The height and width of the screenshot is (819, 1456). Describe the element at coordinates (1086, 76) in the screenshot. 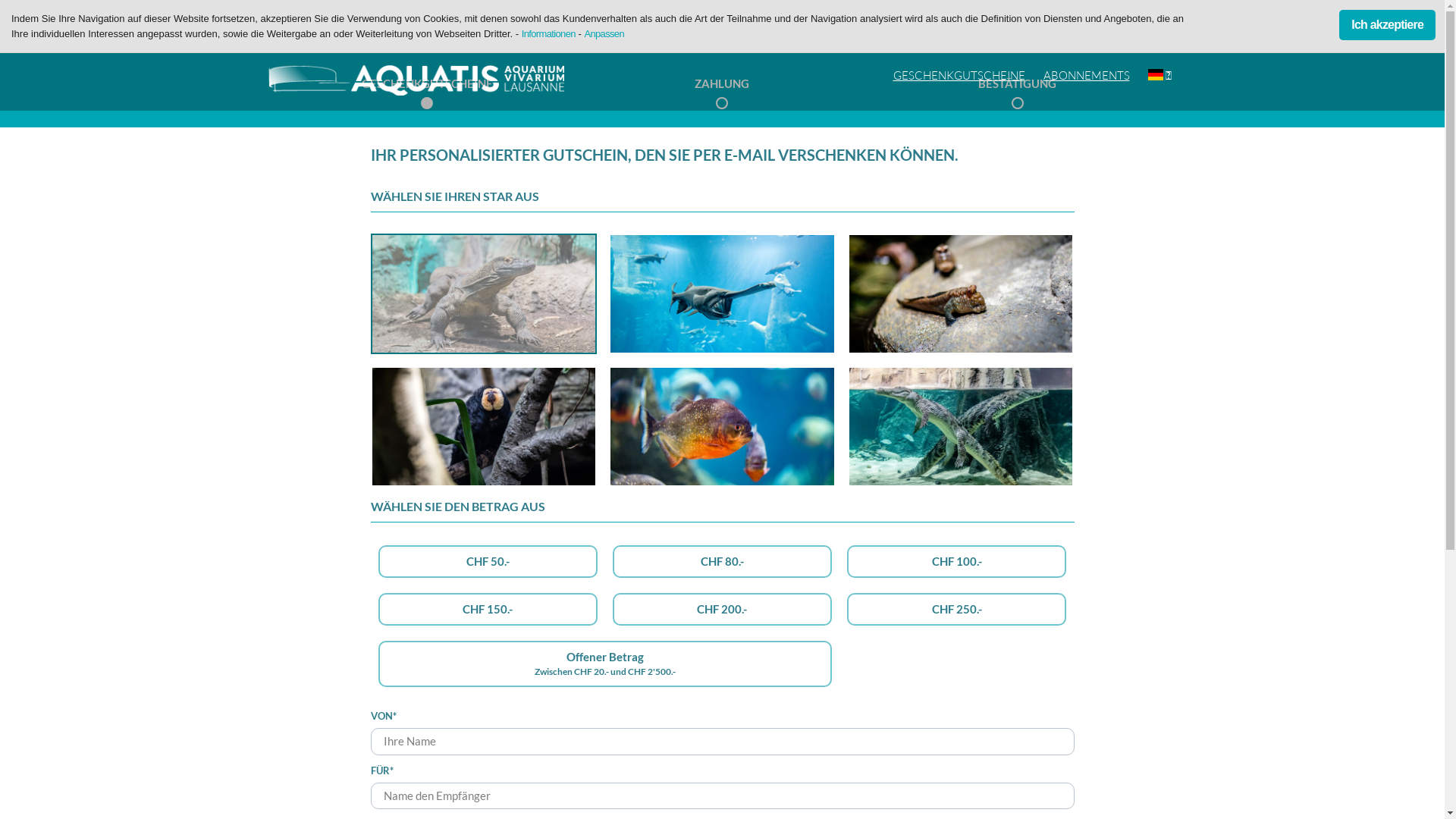

I see `'ABONNEMENTS'` at that location.